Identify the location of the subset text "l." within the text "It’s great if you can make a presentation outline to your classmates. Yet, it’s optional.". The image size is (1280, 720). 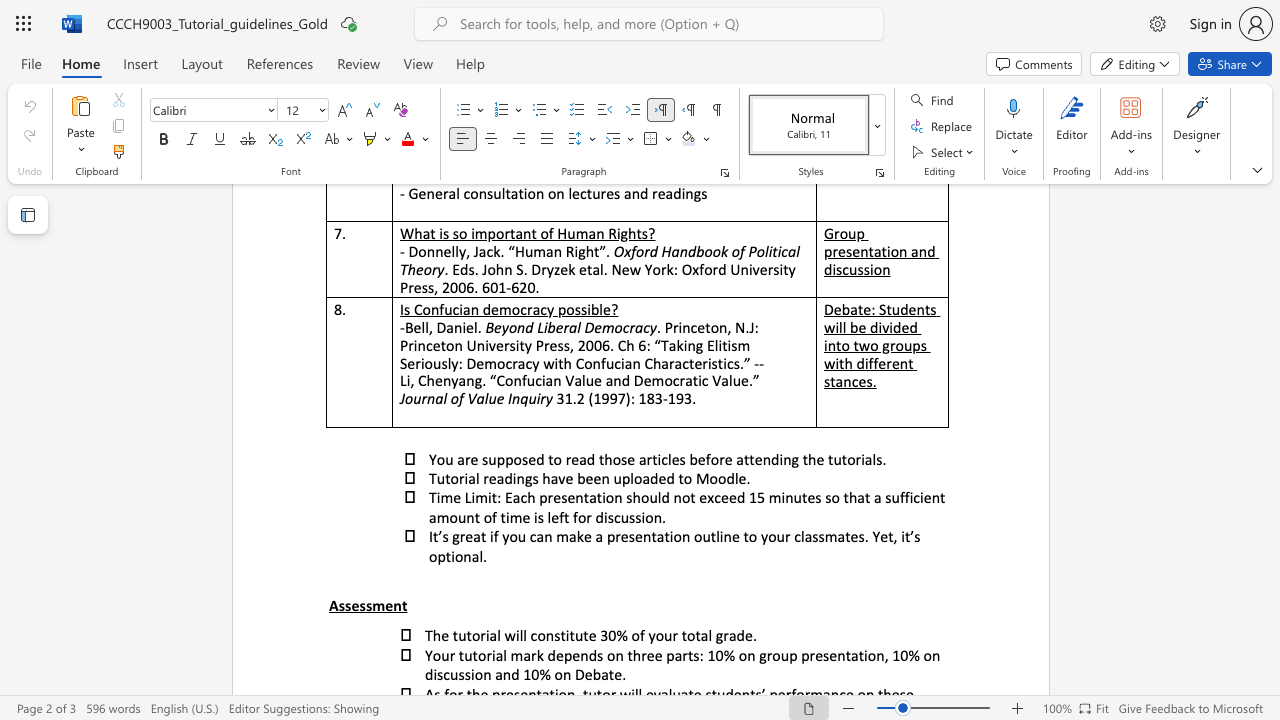
(478, 556).